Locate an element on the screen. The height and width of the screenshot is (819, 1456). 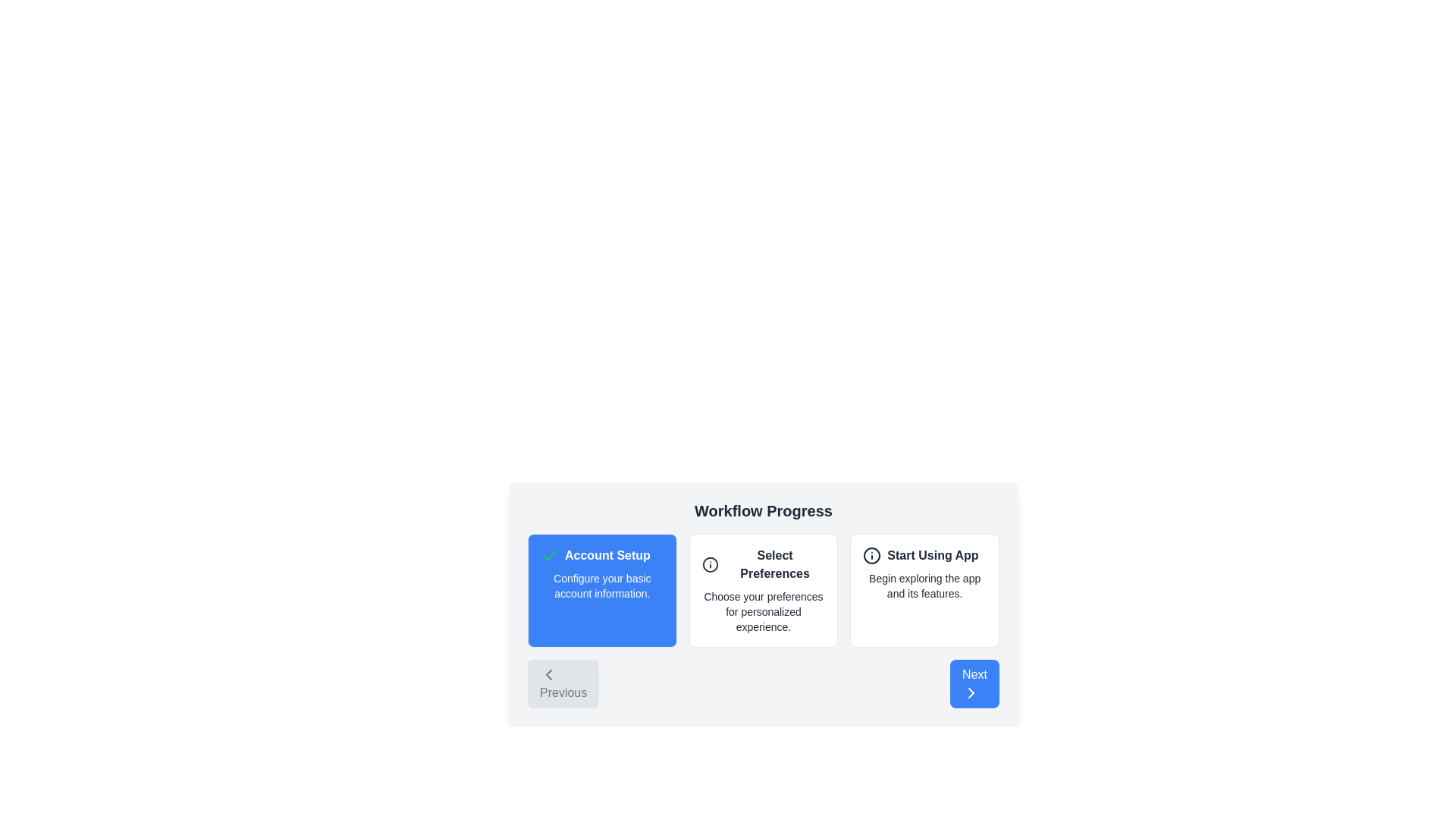
the backward navigation icon located within the 'Previous' button section, which is positioned towards the lower-left corner of the interface under the 'Account Setup' panel is located at coordinates (548, 674).